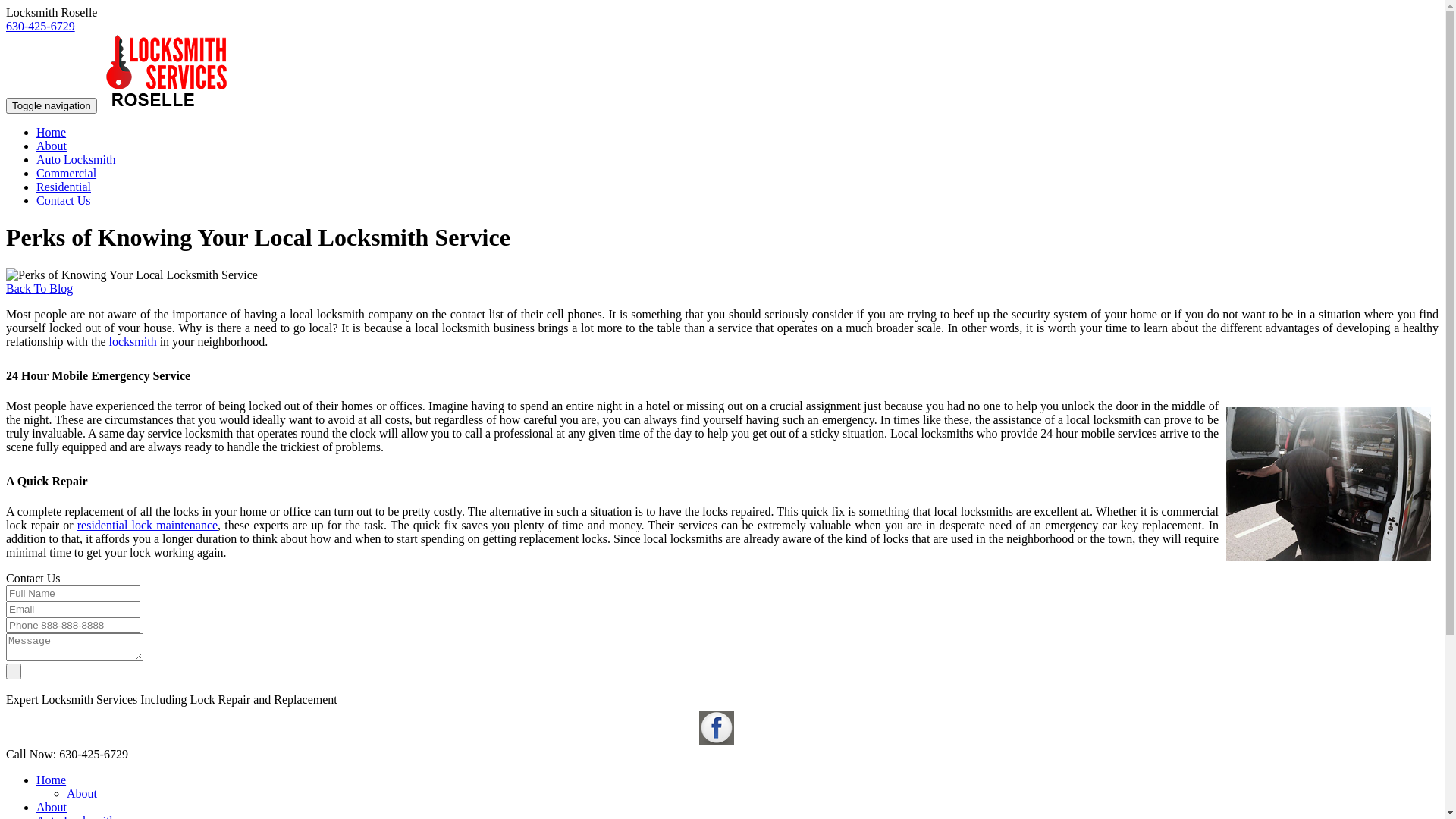  I want to click on 'Contact Us', so click(62, 199).